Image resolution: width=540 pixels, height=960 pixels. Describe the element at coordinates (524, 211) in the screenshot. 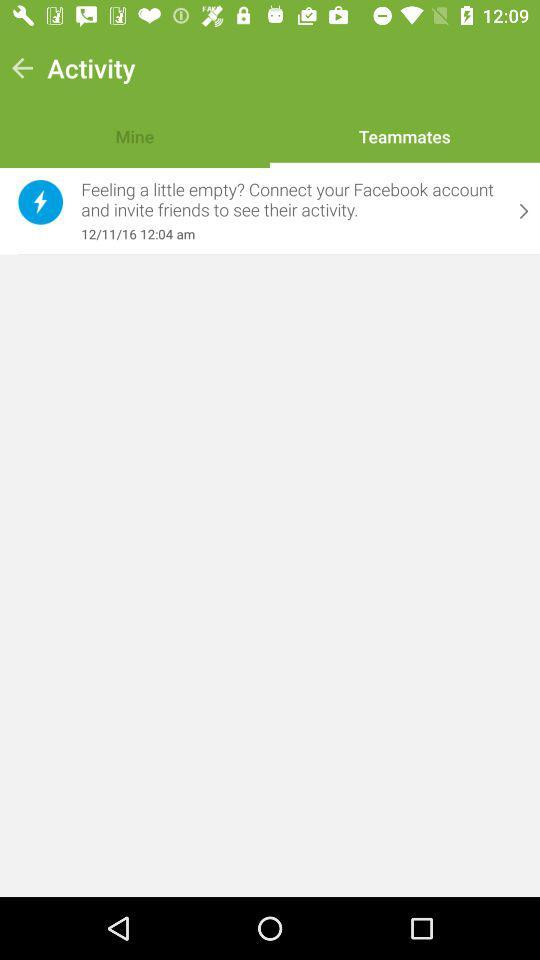

I see `the item to the right of the feeling a little item` at that location.